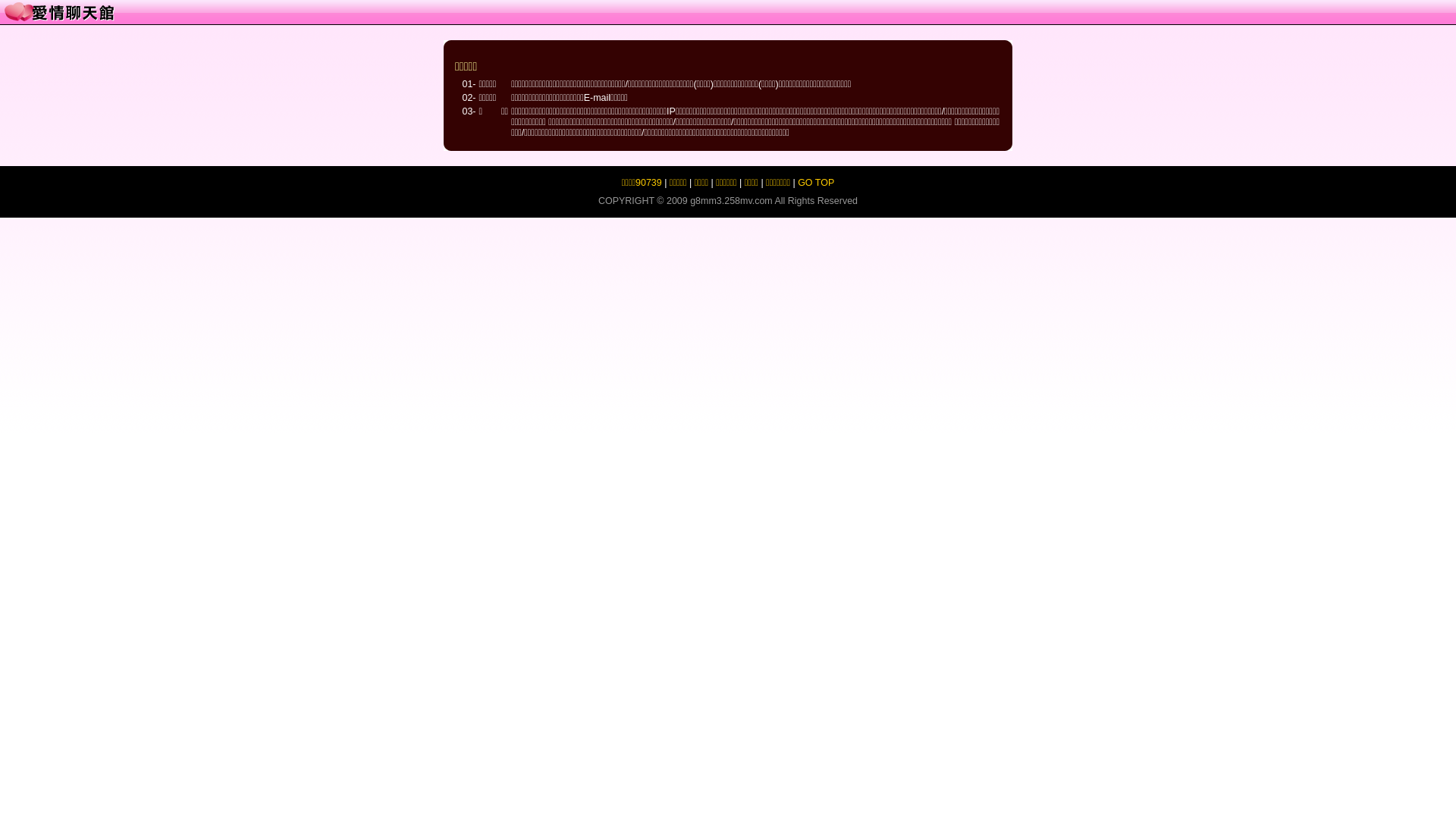 The image size is (1456, 819). I want to click on 'g8mm3.258mv.com', so click(731, 200).